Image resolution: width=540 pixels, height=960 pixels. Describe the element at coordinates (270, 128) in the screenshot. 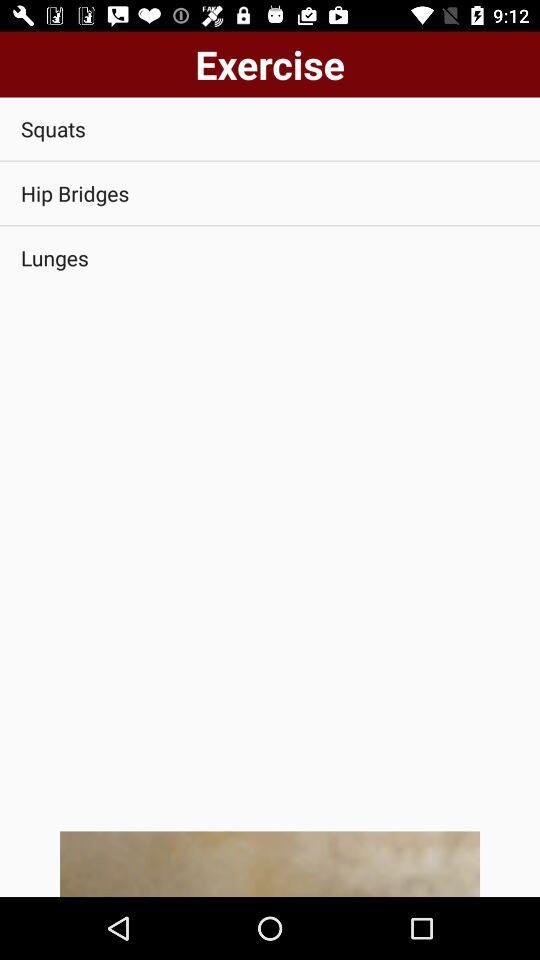

I see `squats` at that location.